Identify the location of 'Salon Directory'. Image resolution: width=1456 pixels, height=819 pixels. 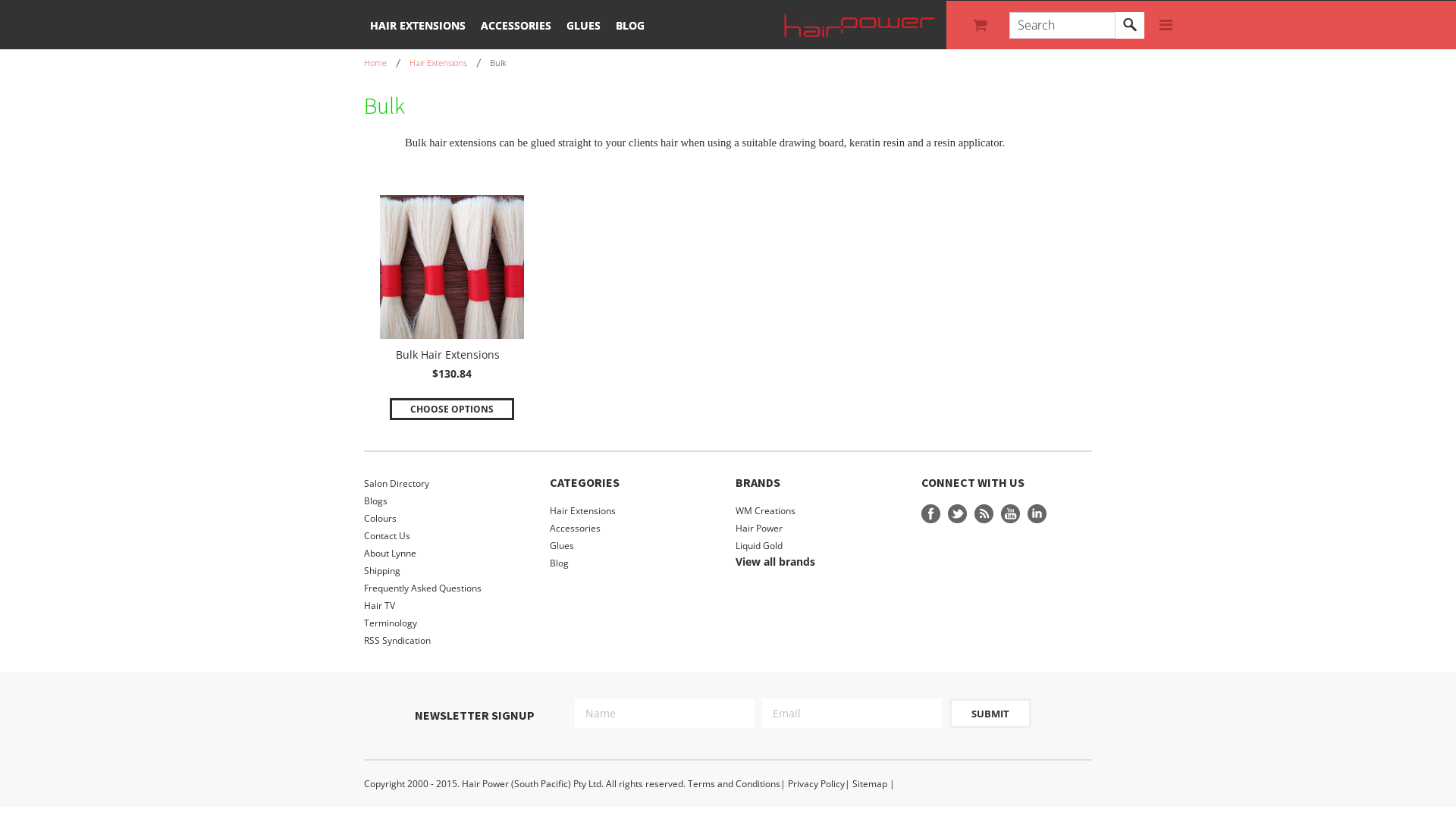
(448, 483).